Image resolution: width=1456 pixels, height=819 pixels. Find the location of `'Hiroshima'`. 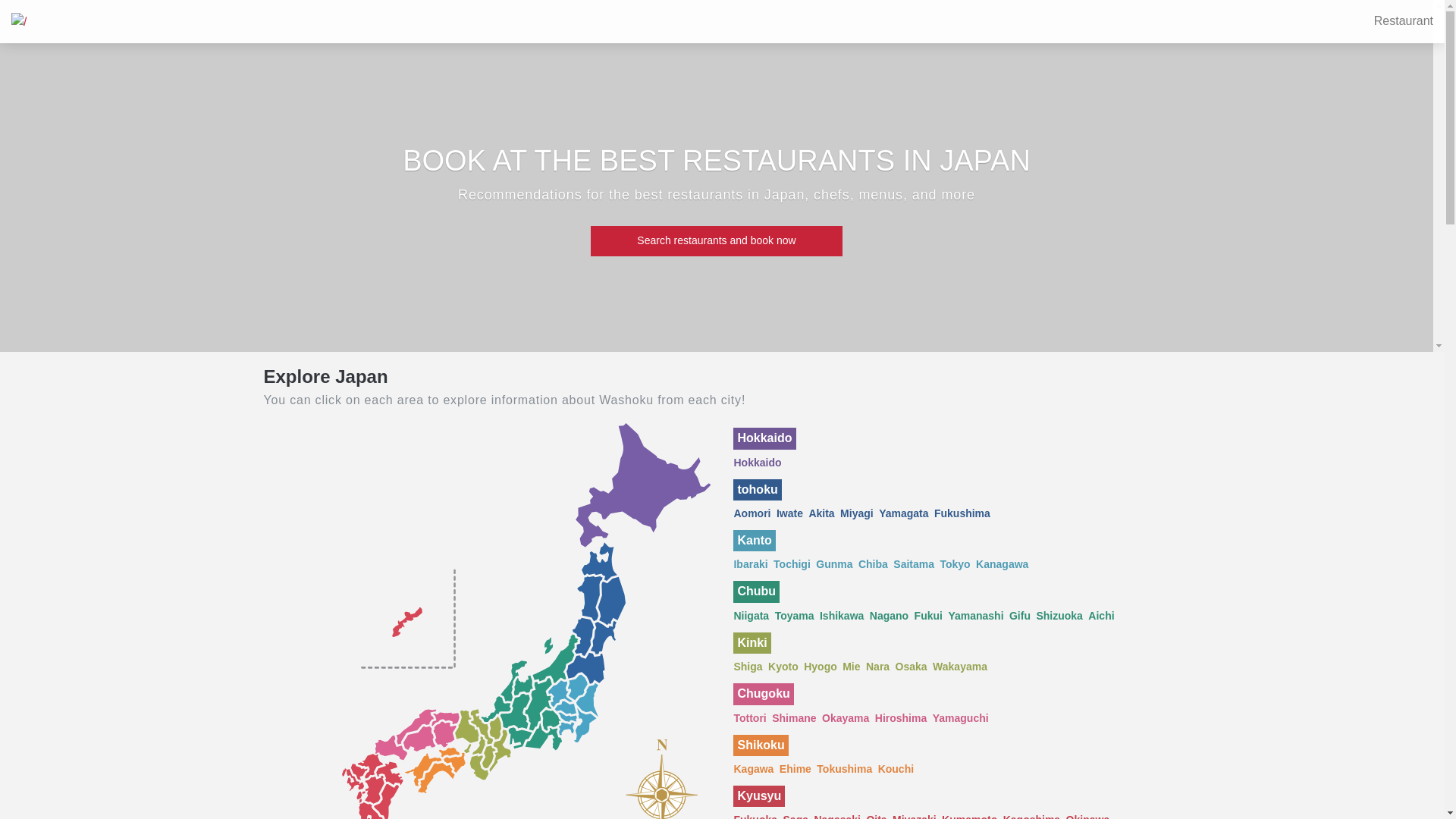

'Hiroshima' is located at coordinates (901, 717).